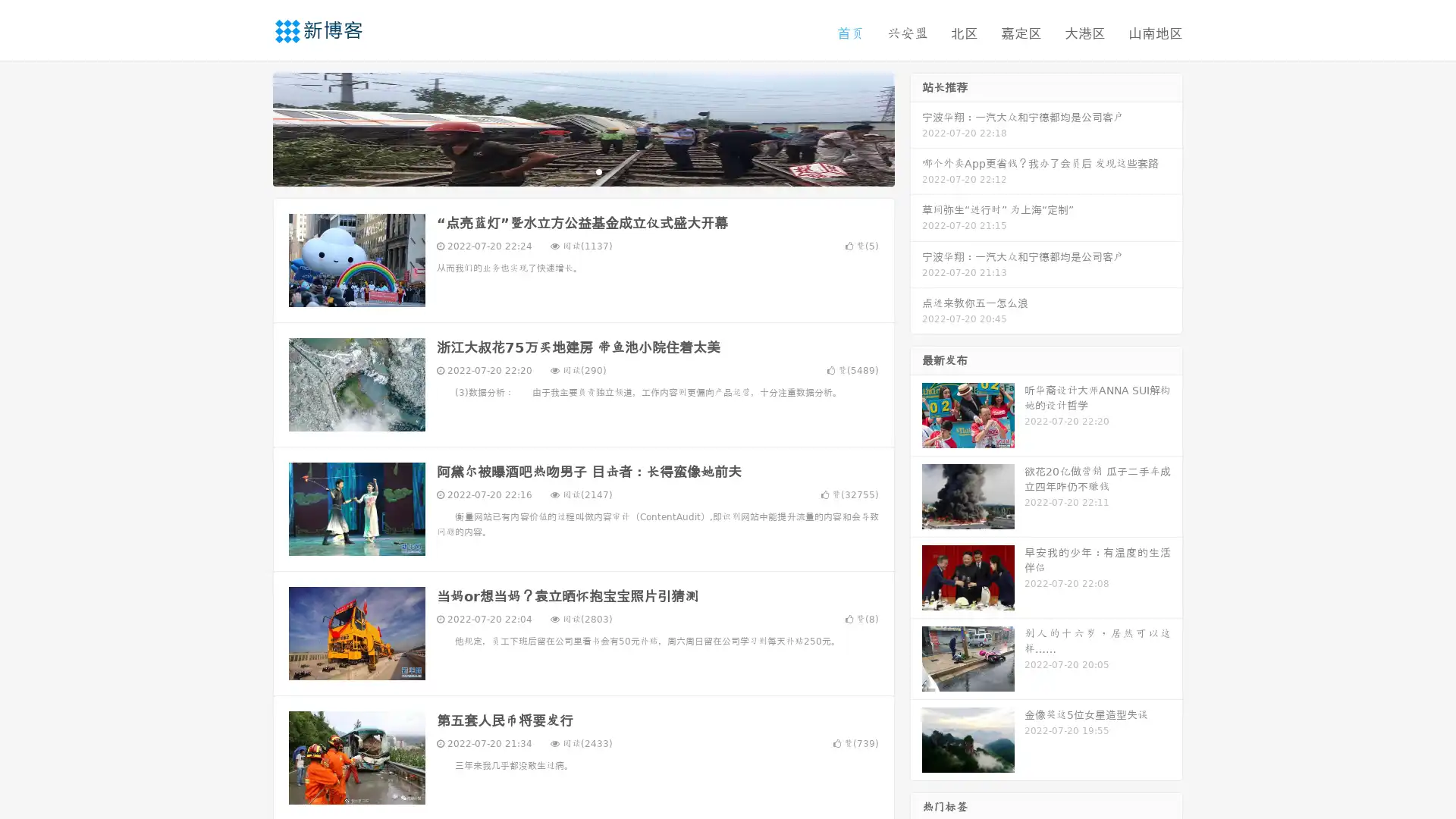 The height and width of the screenshot is (819, 1456). I want to click on Go to slide 3, so click(598, 171).